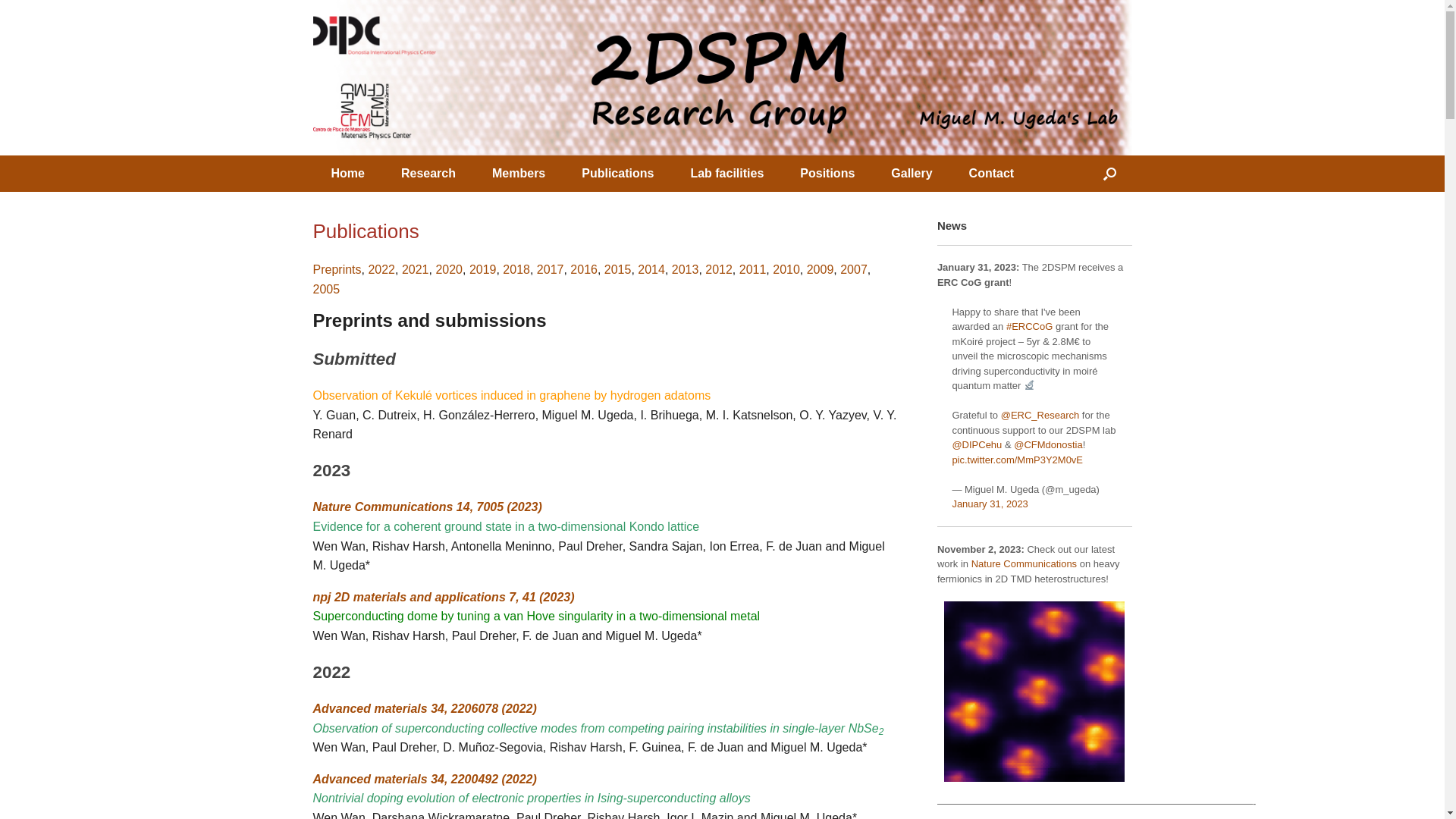  Describe the element at coordinates (428, 172) in the screenshot. I see `'Research'` at that location.